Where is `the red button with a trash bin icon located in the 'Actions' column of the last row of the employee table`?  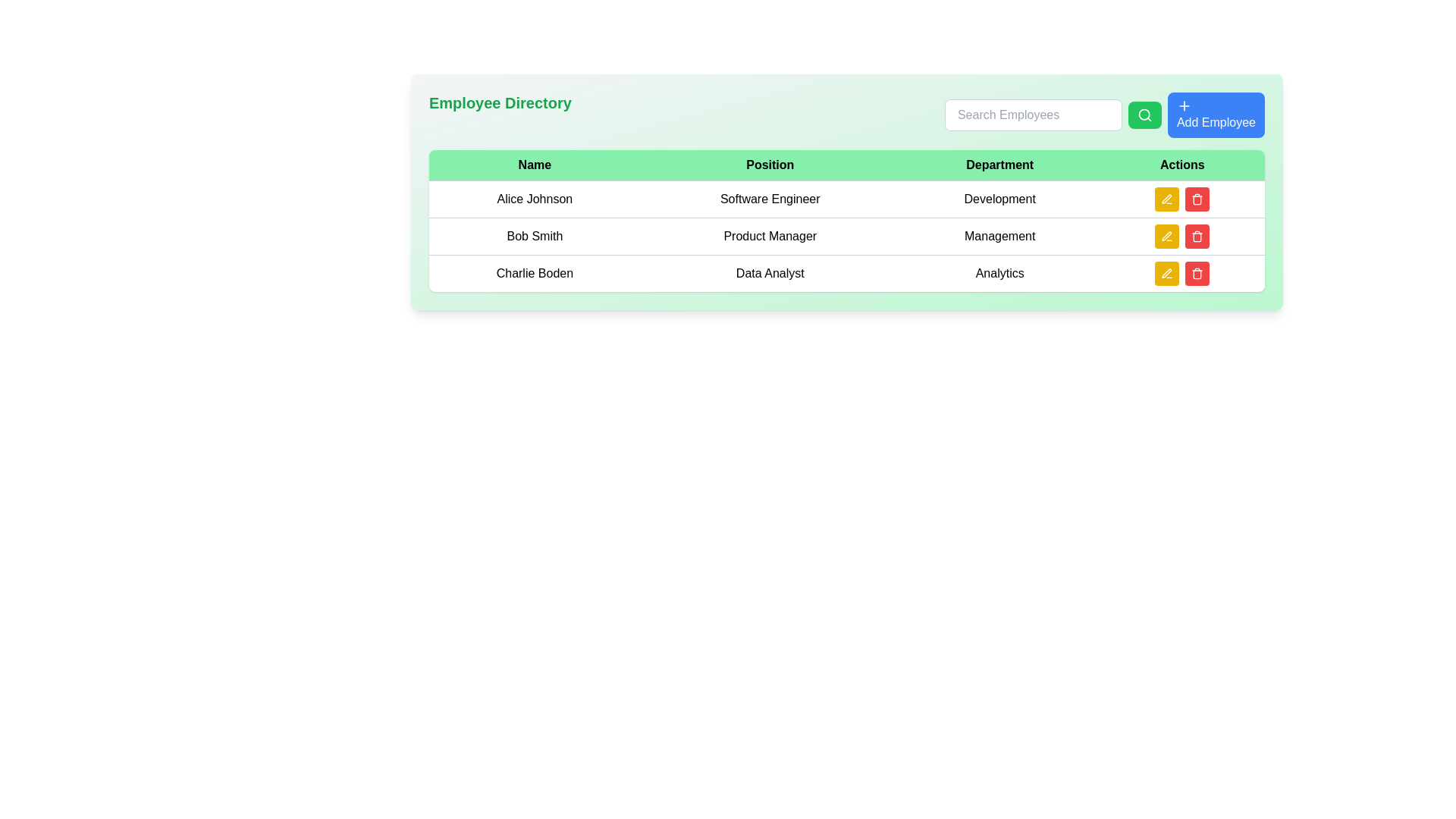
the red button with a trash bin icon located in the 'Actions' column of the last row of the employee table is located at coordinates (1197, 274).